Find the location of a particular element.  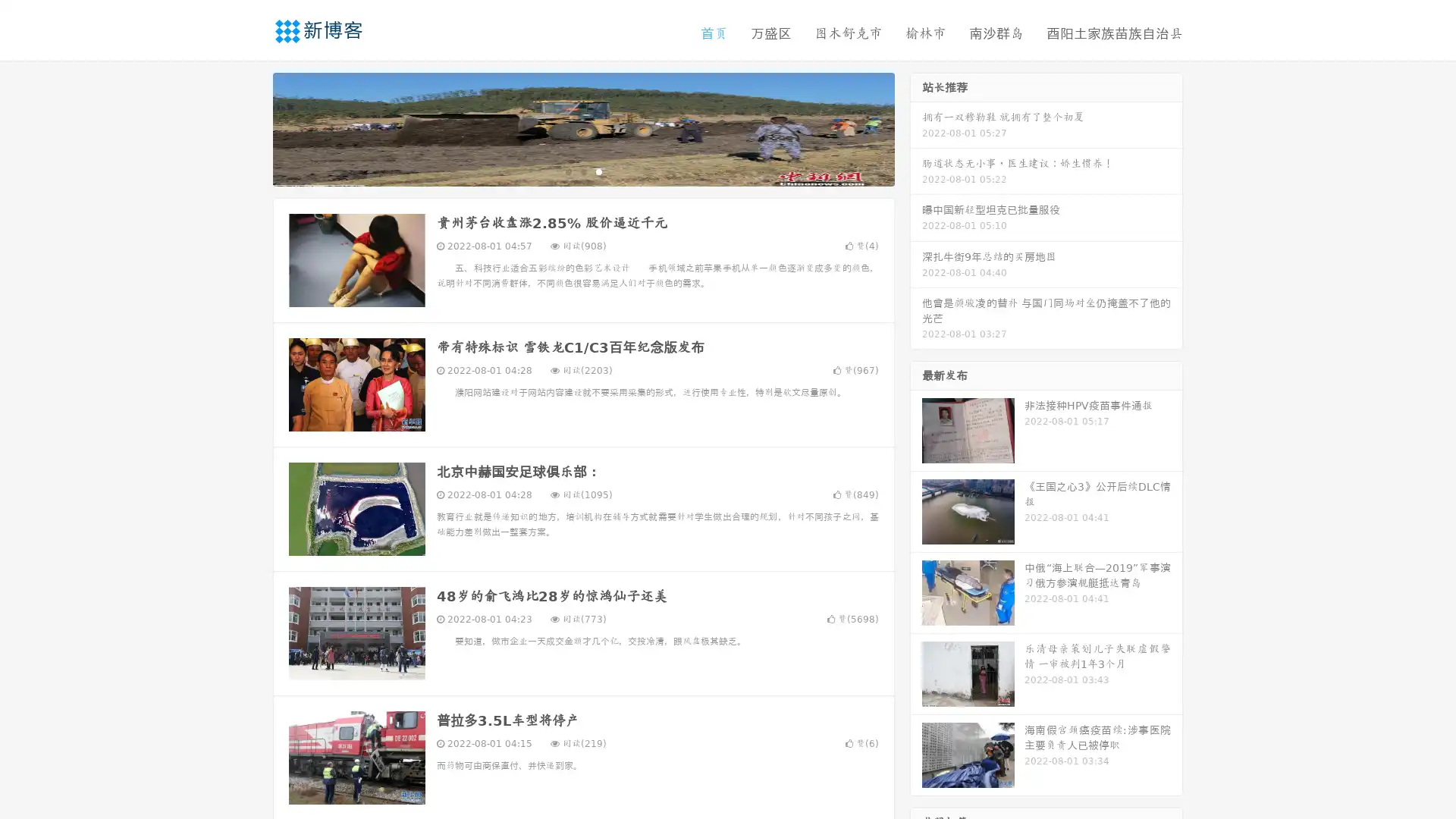

Go to slide 2 is located at coordinates (582, 171).